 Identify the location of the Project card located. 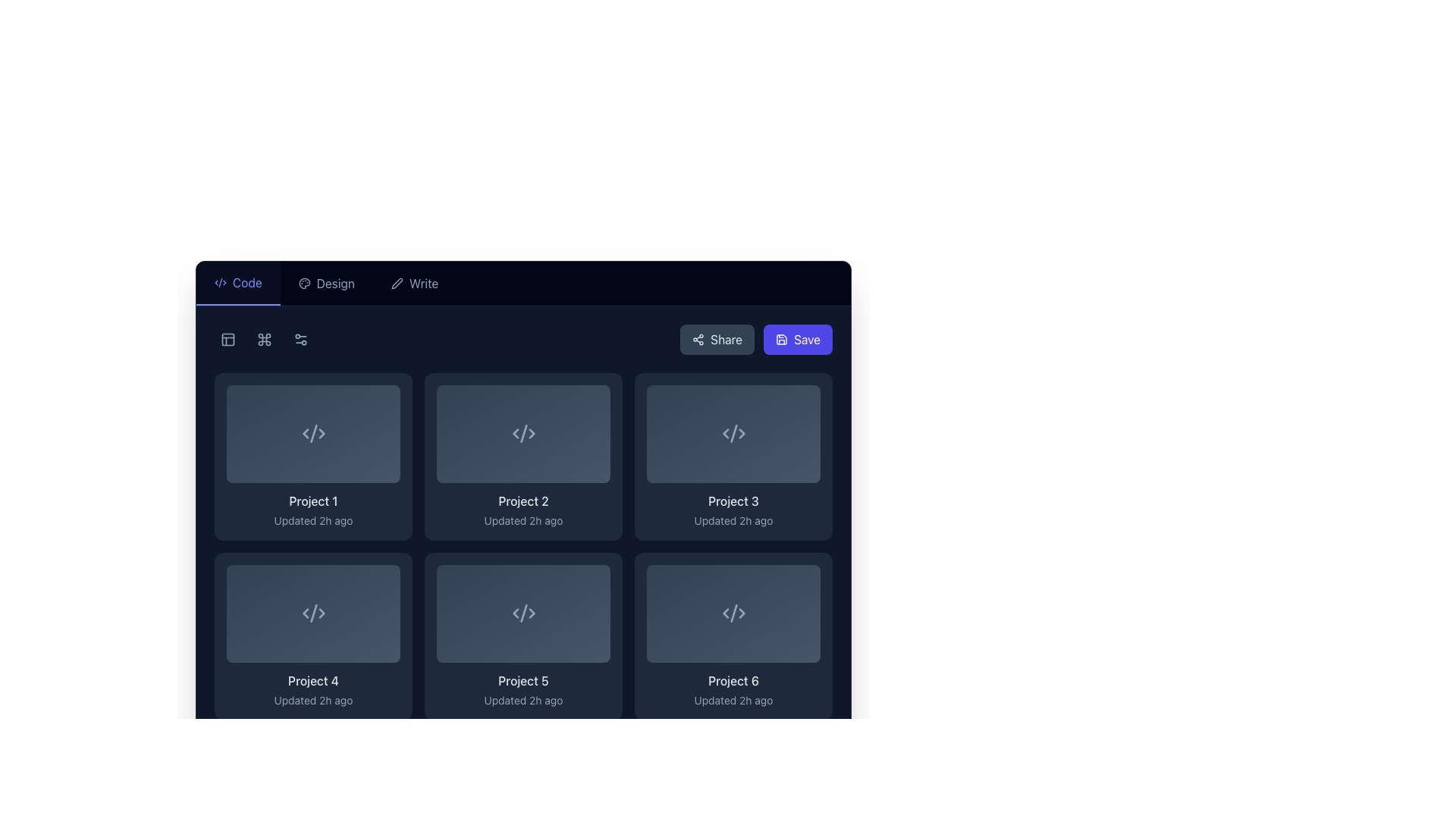
(312, 434).